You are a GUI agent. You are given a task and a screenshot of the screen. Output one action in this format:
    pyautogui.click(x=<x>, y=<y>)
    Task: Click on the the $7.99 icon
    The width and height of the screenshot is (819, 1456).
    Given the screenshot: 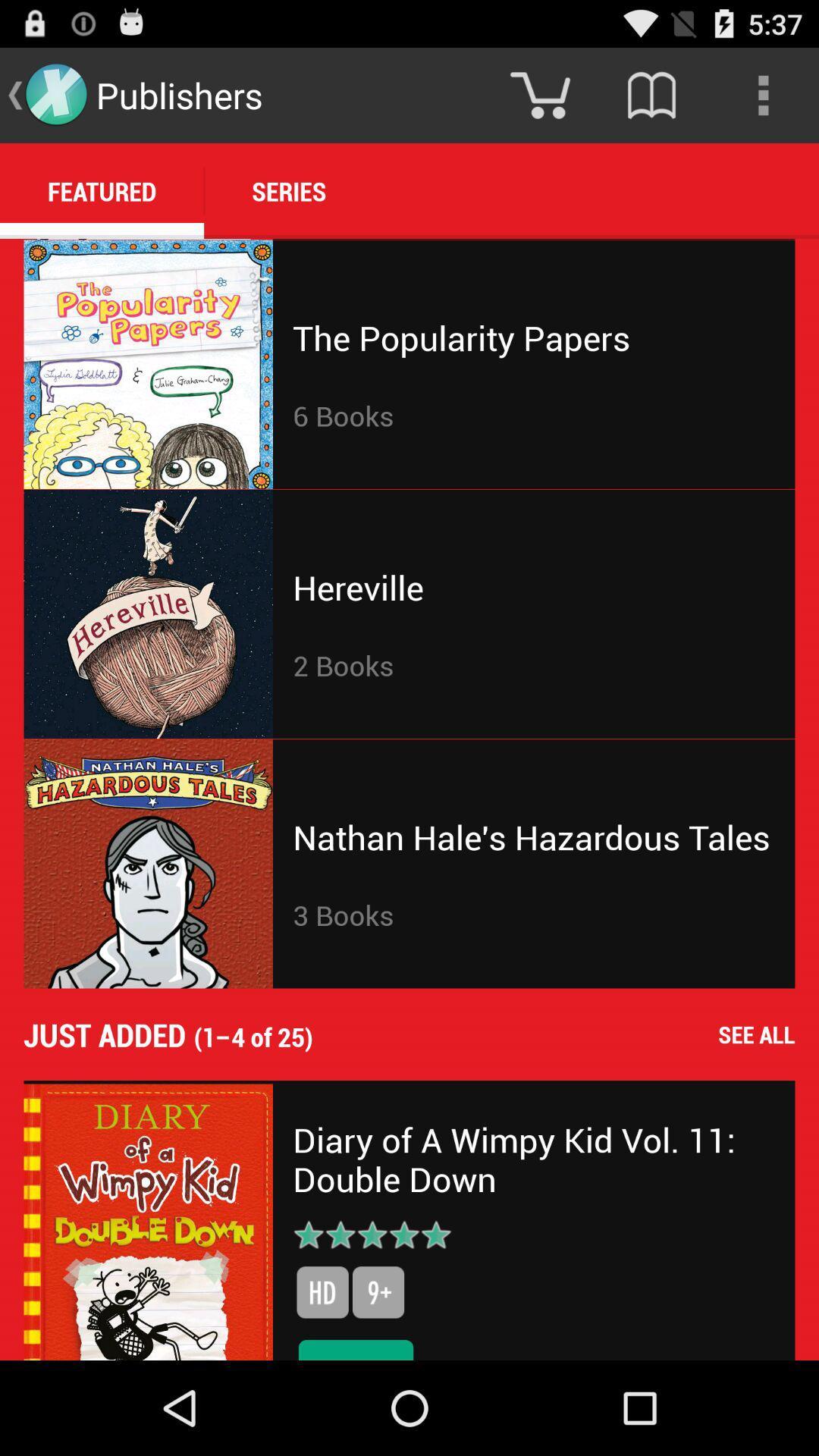 What is the action you would take?
    pyautogui.click(x=356, y=1347)
    